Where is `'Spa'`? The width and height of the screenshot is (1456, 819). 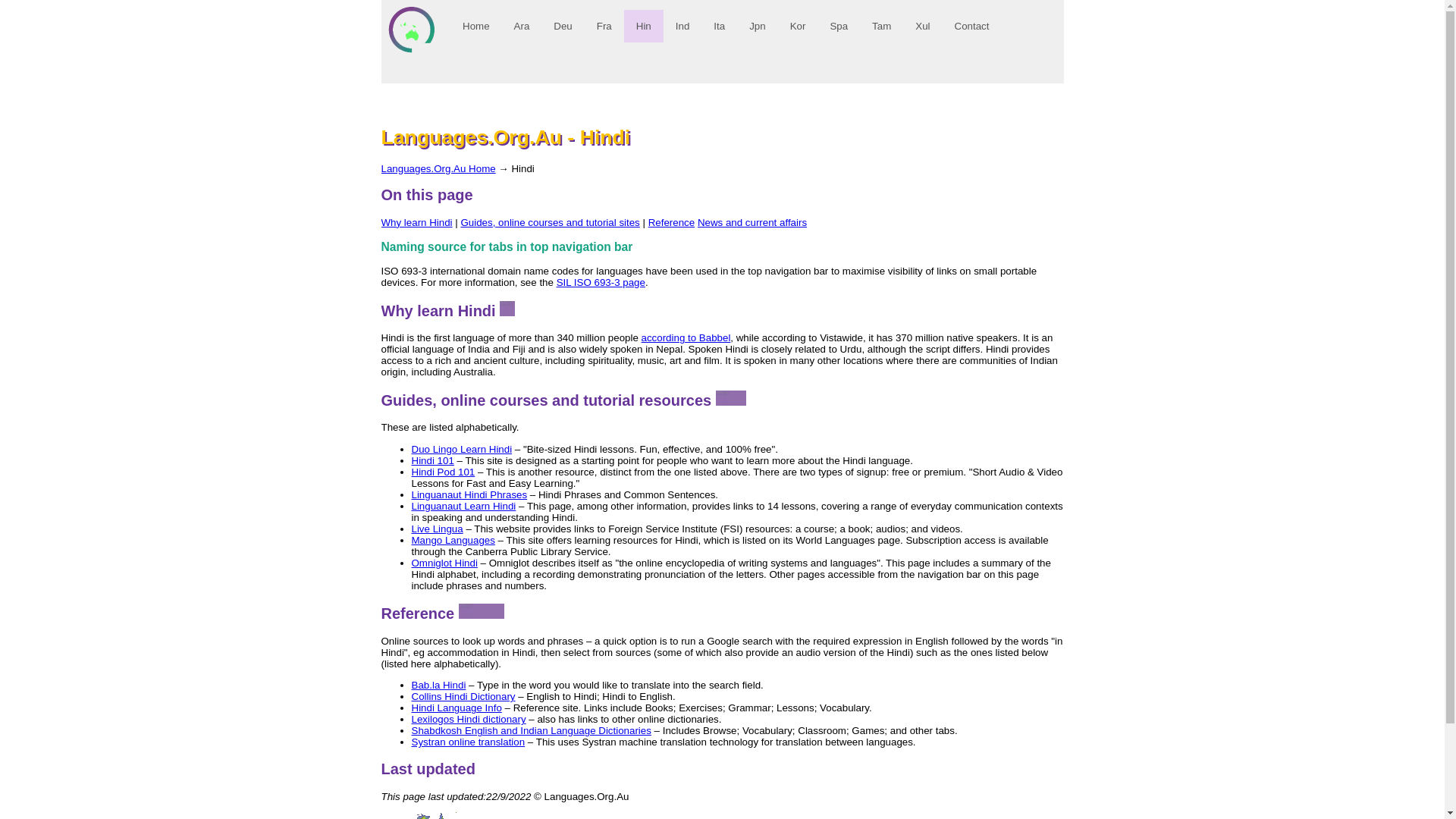 'Spa' is located at coordinates (837, 26).